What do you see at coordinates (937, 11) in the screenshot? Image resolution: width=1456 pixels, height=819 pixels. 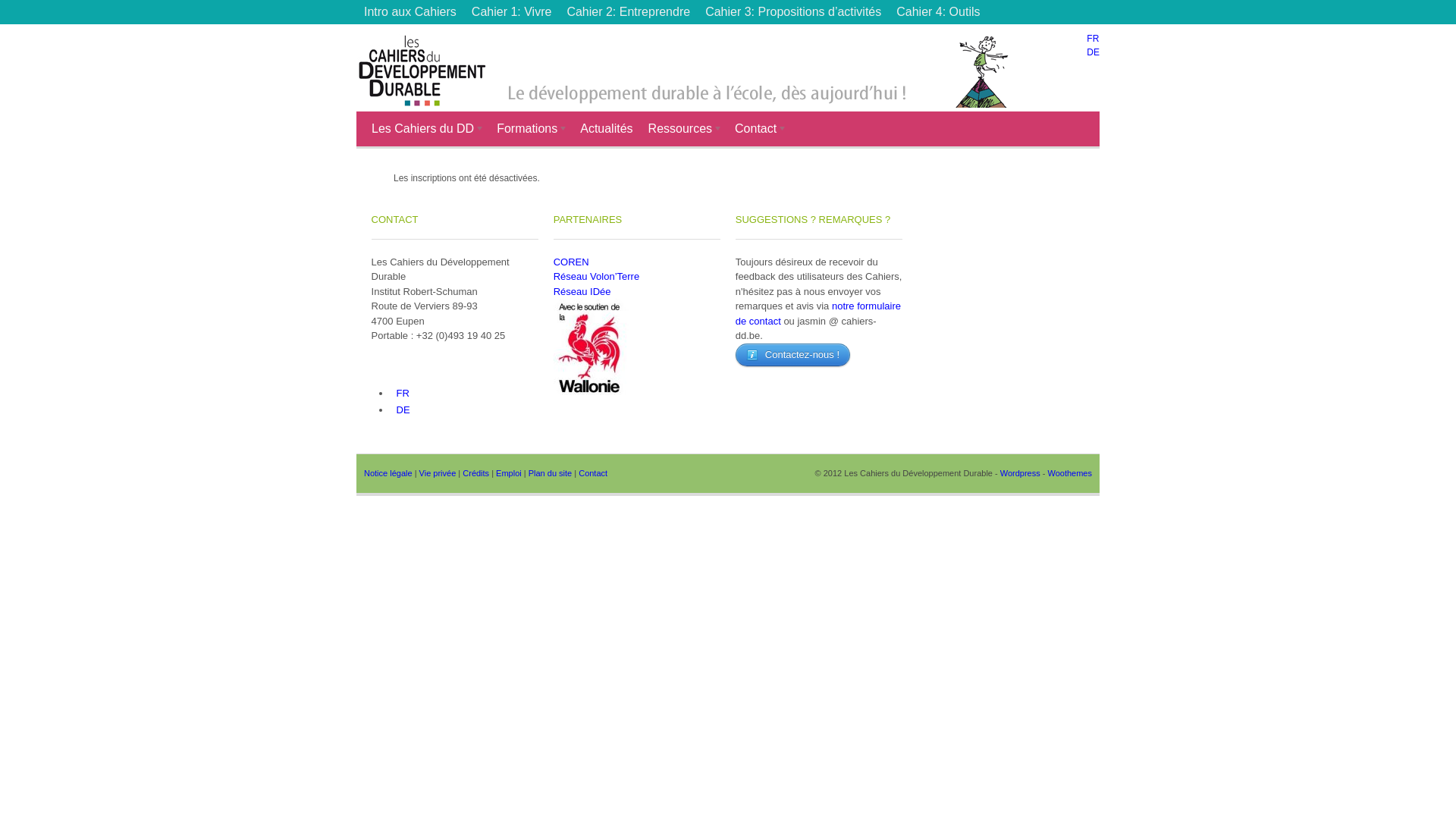 I see `'Cahier 4: Outils'` at bounding box center [937, 11].